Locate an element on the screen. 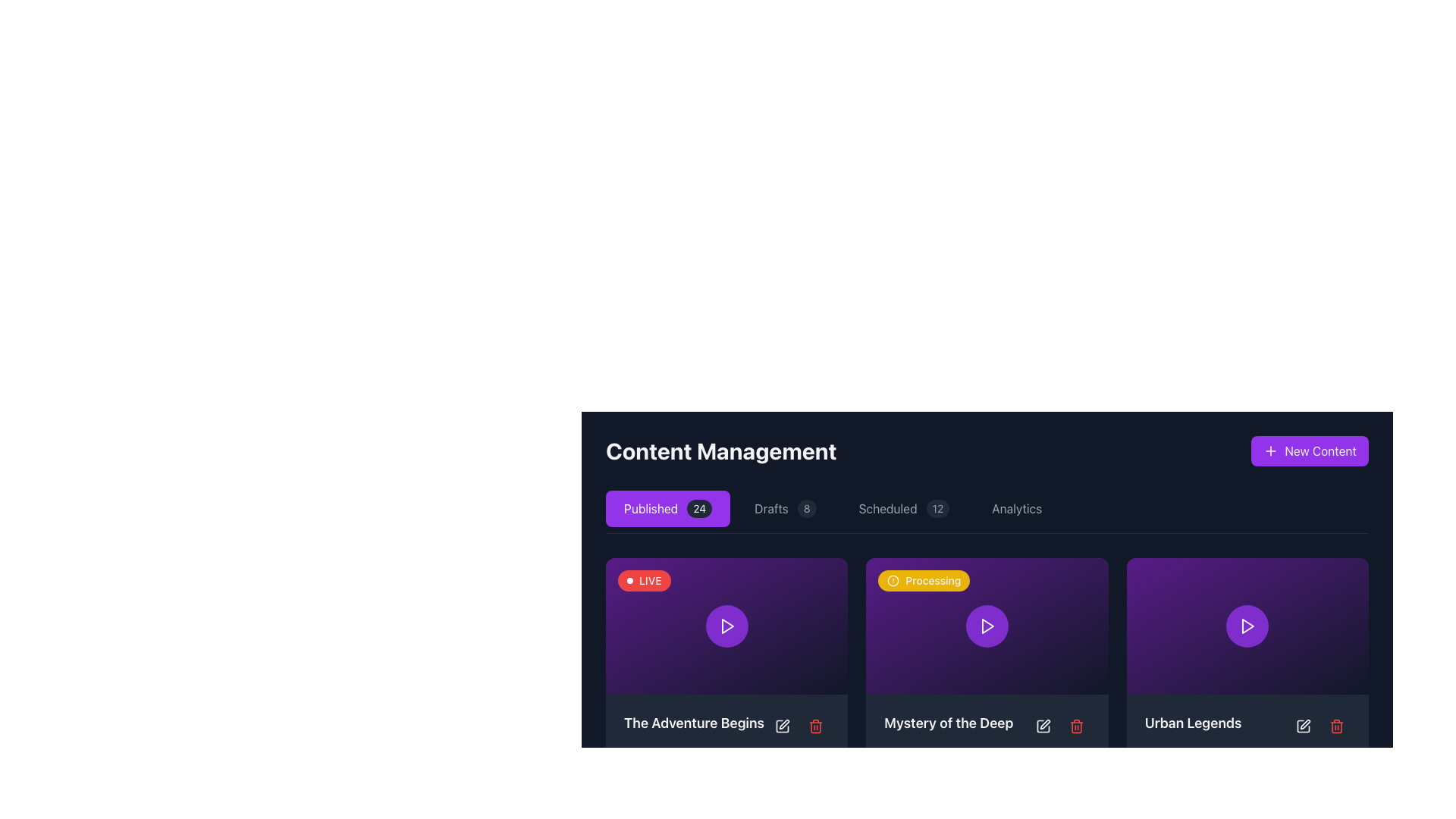 Image resolution: width=1456 pixels, height=819 pixels. the triangular play symbol SVG icon located within the purple circular button on the leftmost card in the second row to play content is located at coordinates (726, 626).